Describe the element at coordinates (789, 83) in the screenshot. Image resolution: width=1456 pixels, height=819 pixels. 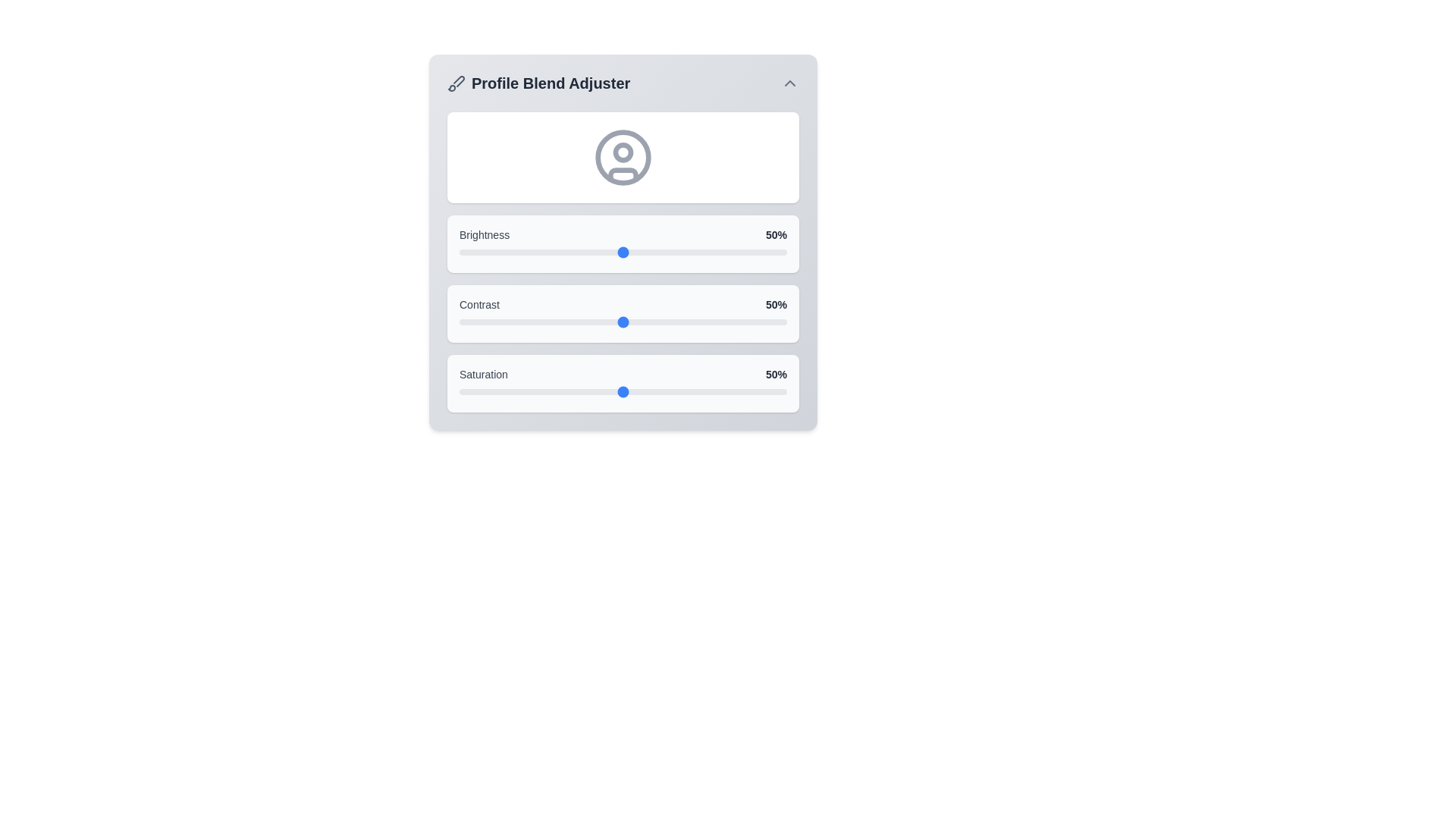
I see `the collapse/expand button located at the top-right corner of the 'Profile Blend Adjuster' interface` at that location.